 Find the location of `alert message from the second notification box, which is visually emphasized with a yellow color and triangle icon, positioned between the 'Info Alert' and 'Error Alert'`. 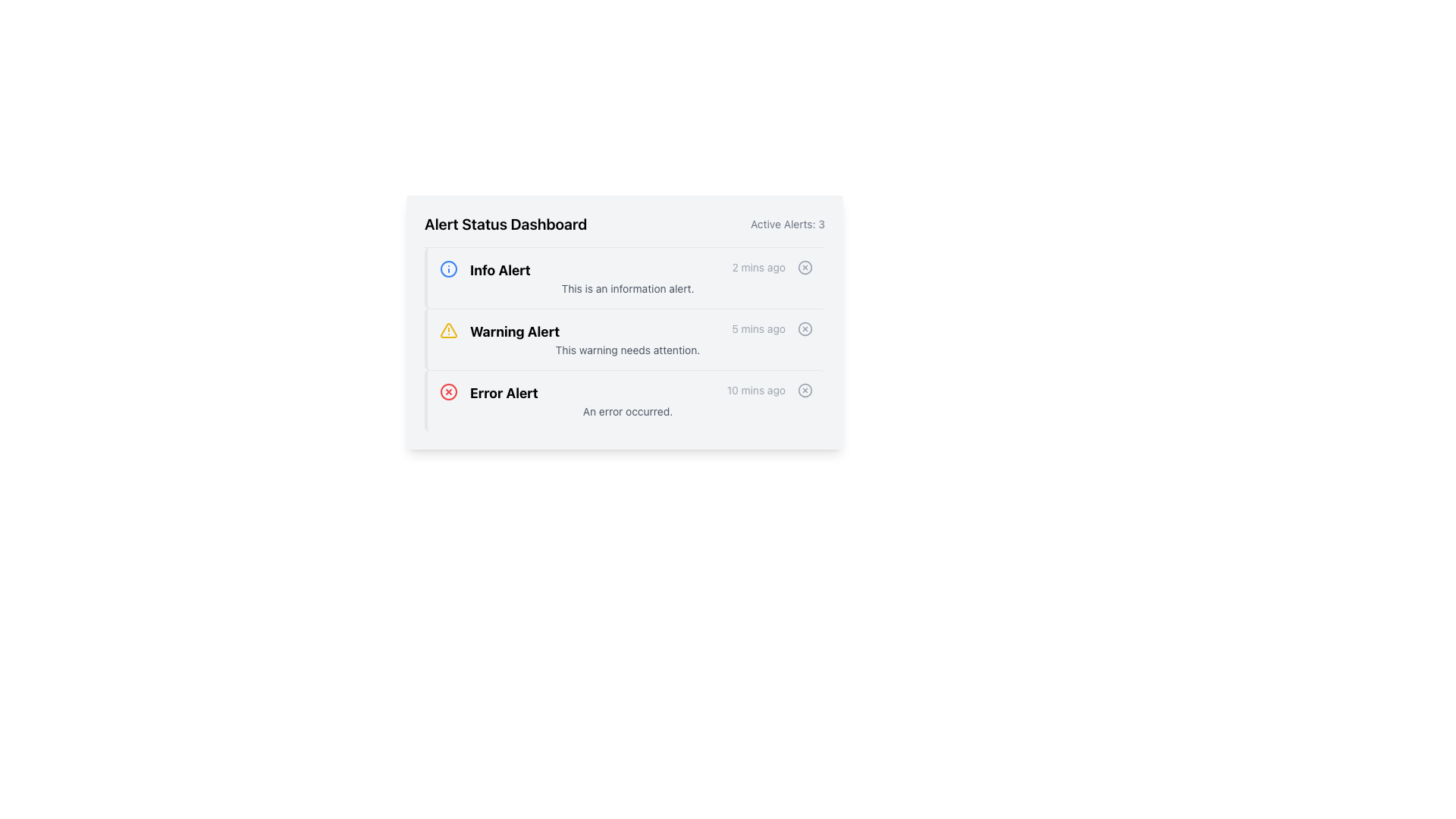

alert message from the second notification box, which is visually emphasized with a yellow color and triangle icon, positioned between the 'Info Alert' and 'Error Alert' is located at coordinates (625, 338).